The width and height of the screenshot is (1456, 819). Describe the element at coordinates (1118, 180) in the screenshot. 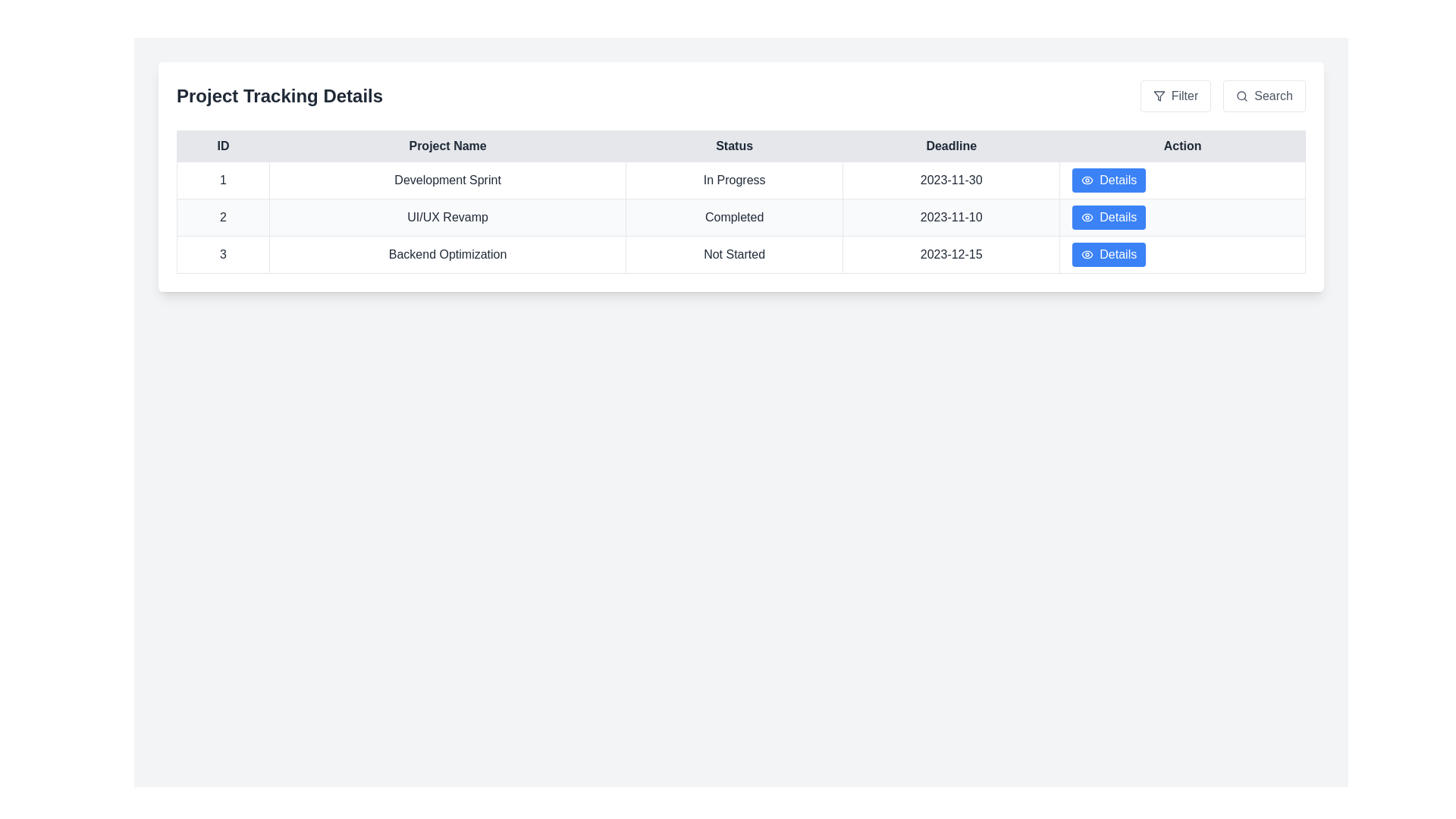

I see `the 'Details' text label, which is styled with white text on a blue rectangular background and is located in the first position under the 'Action' column of a table` at that location.